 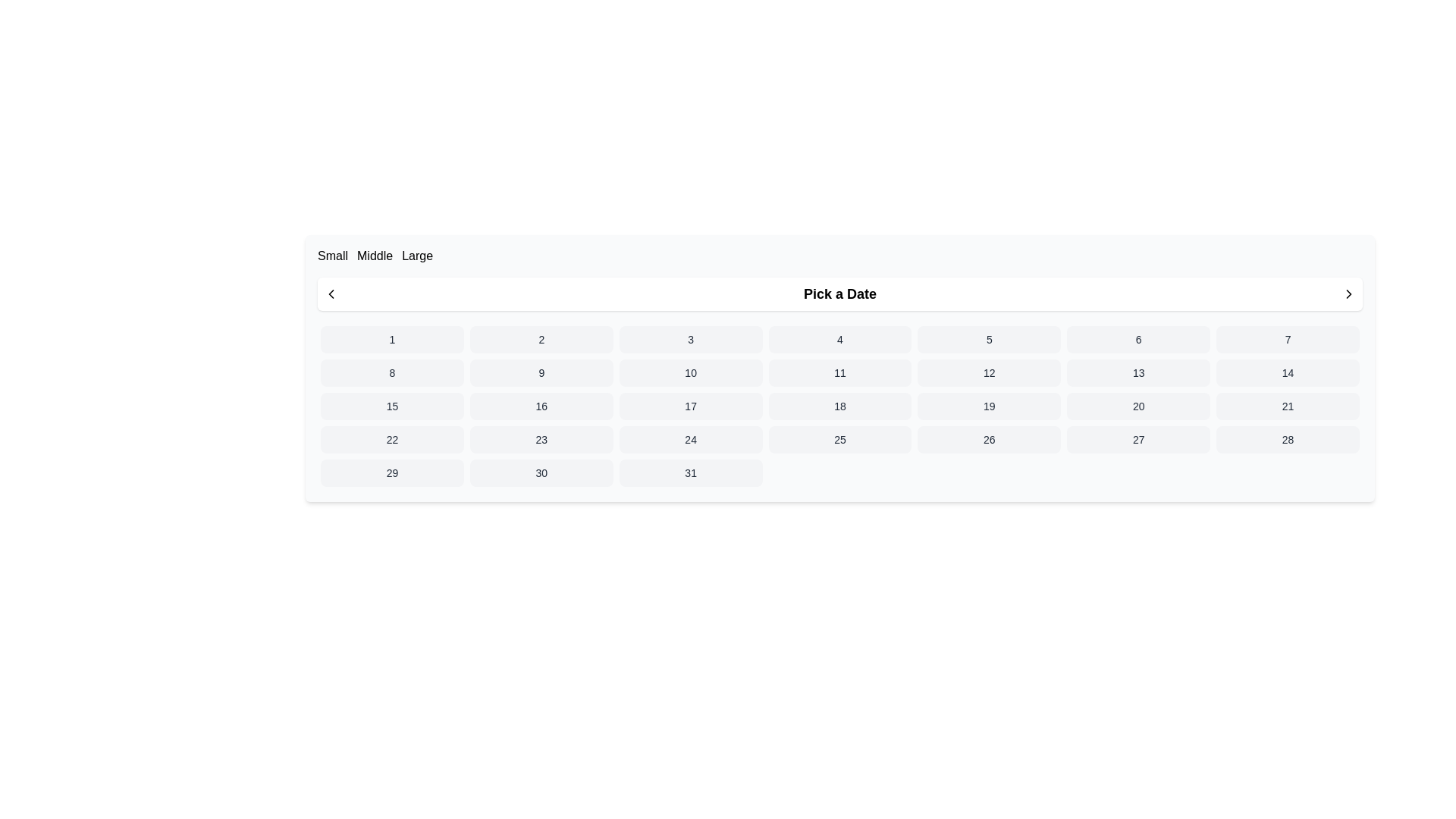 I want to click on the rectangular button with rounded corners displaying the number '4' in dark gray text, so click(x=839, y=338).